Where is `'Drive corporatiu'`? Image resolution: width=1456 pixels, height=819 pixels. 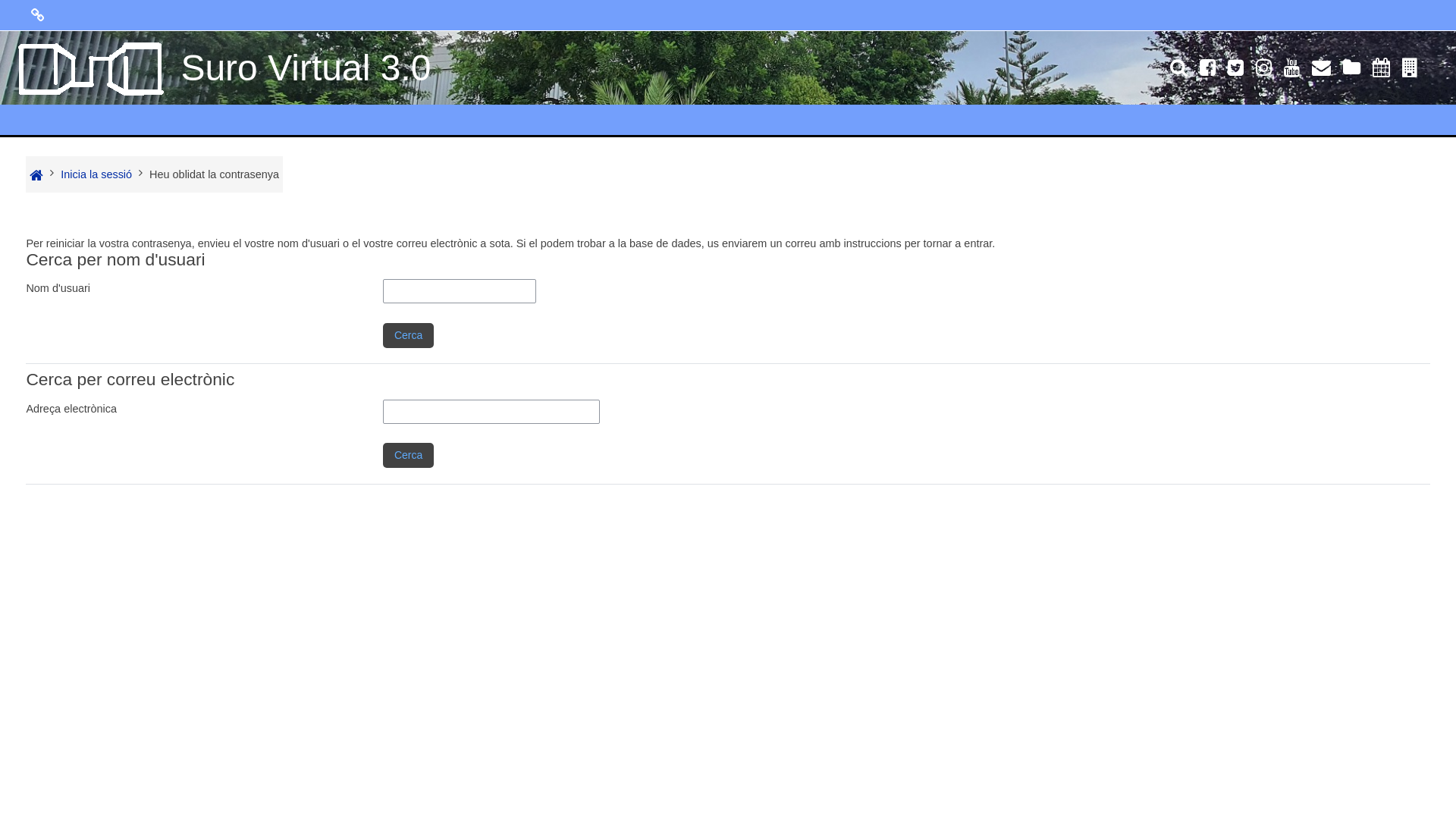 'Drive corporatiu' is located at coordinates (1351, 70).